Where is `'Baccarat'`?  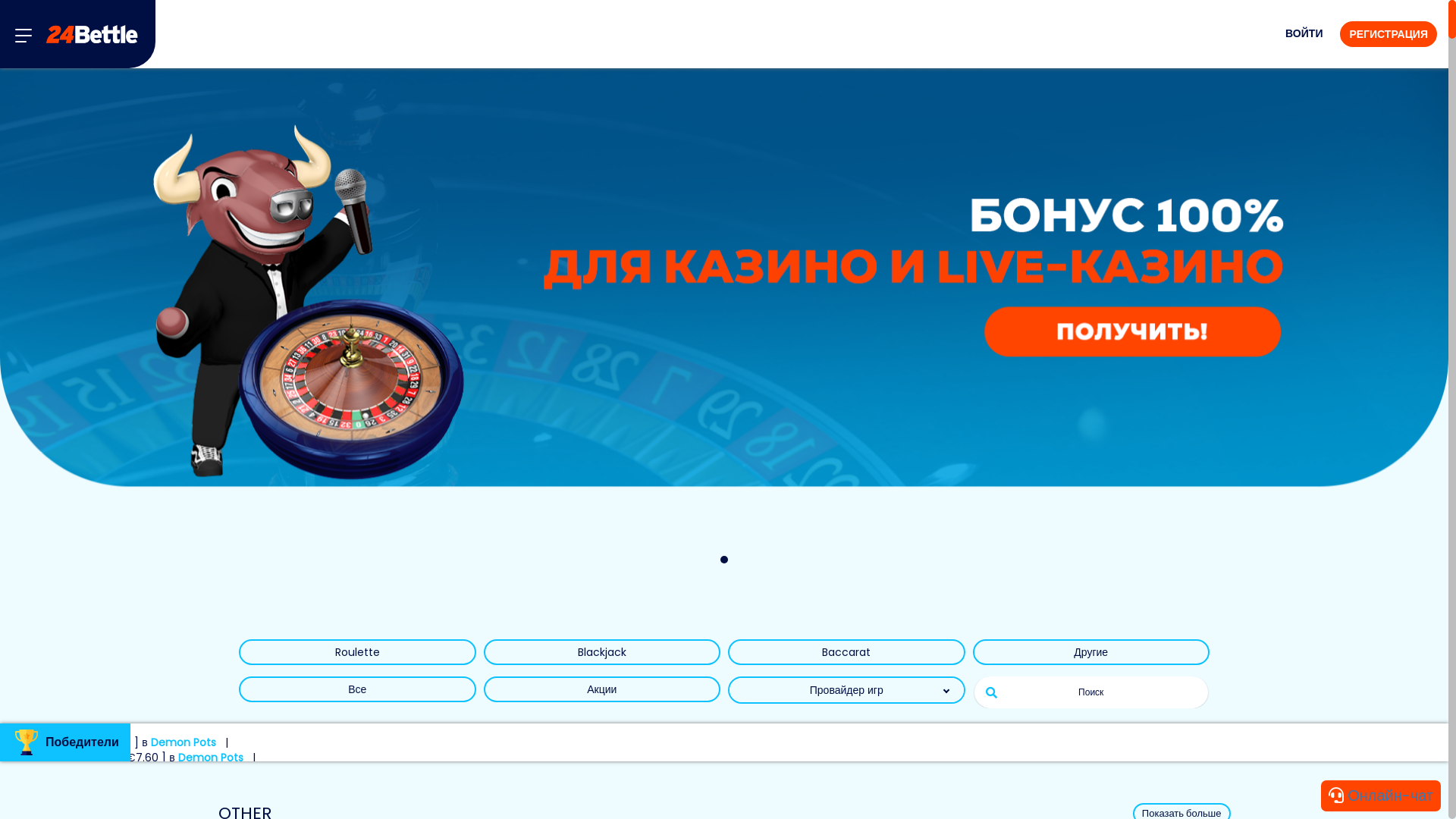 'Baccarat' is located at coordinates (846, 651).